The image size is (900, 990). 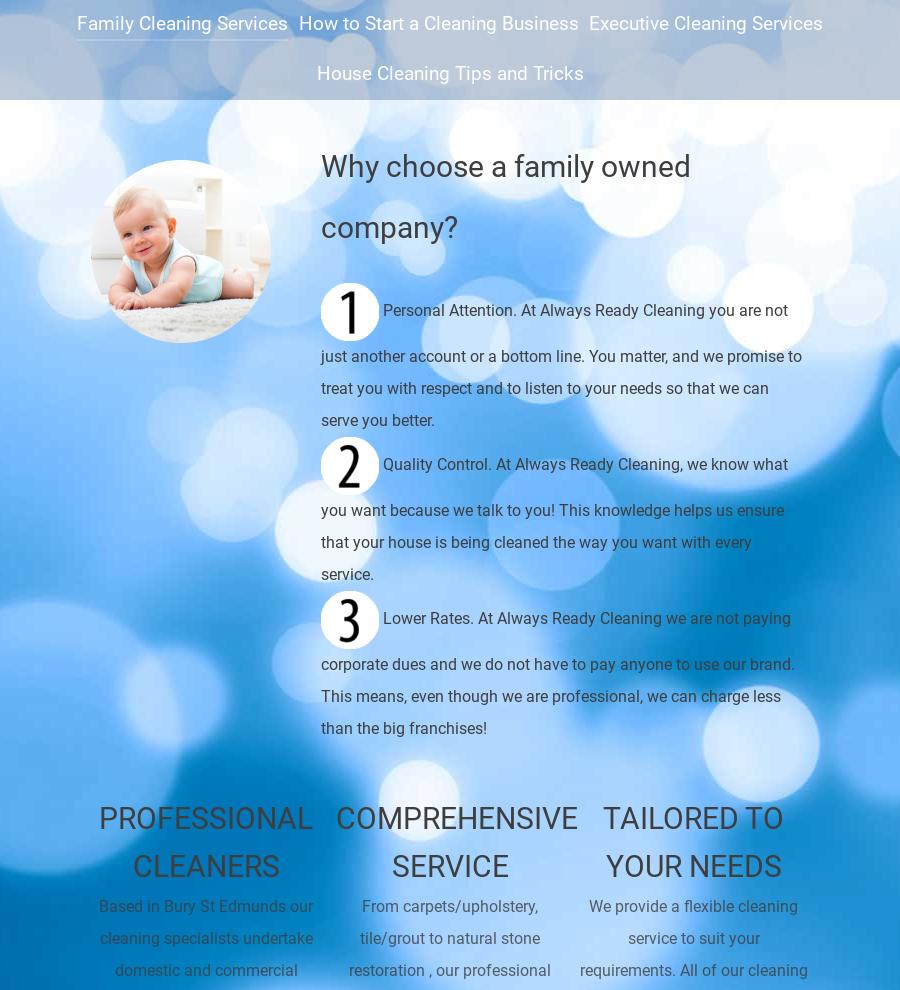 I want to click on 'Personal Attention.  At Always Ready Cleaning you are not just another account or a bottom line.  You matter, and we promise to treat you with respect and to listen to your needs so that we can serve you better.', so click(x=560, y=364).